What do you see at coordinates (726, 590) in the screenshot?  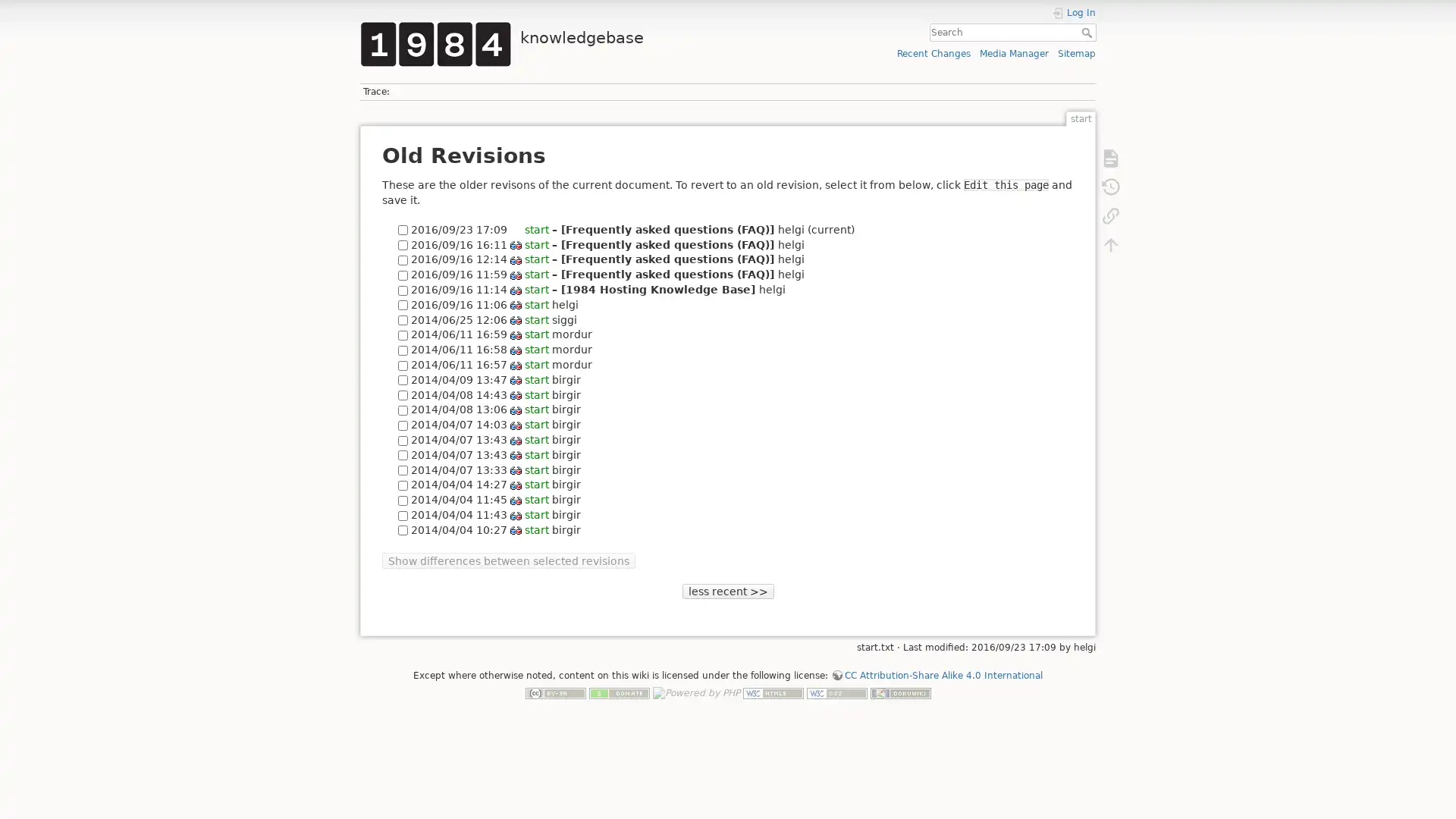 I see `less recent >>` at bounding box center [726, 590].